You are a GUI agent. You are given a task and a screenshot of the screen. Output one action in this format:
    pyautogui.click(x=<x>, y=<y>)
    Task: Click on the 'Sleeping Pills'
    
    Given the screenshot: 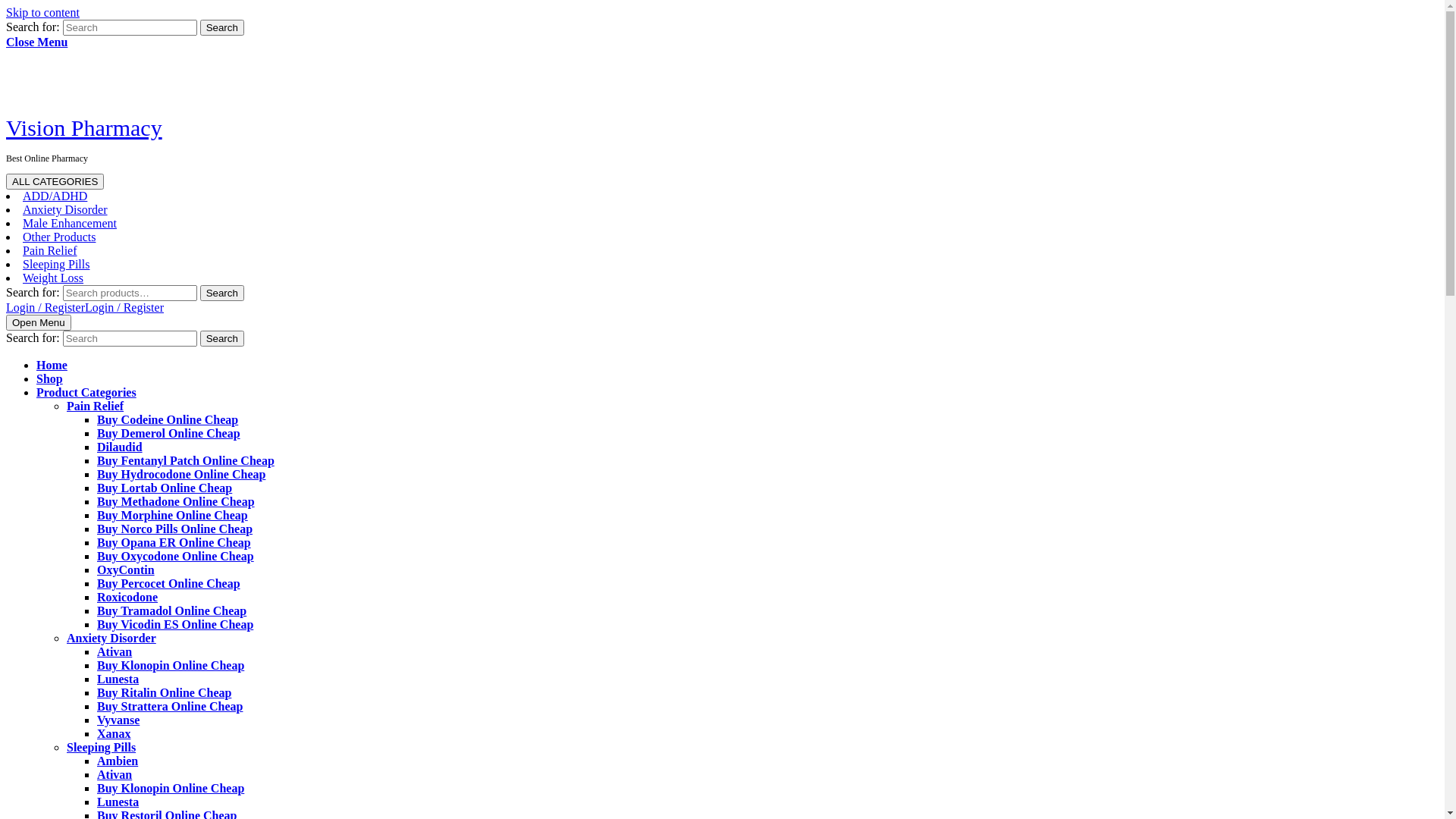 What is the action you would take?
    pyautogui.click(x=100, y=746)
    